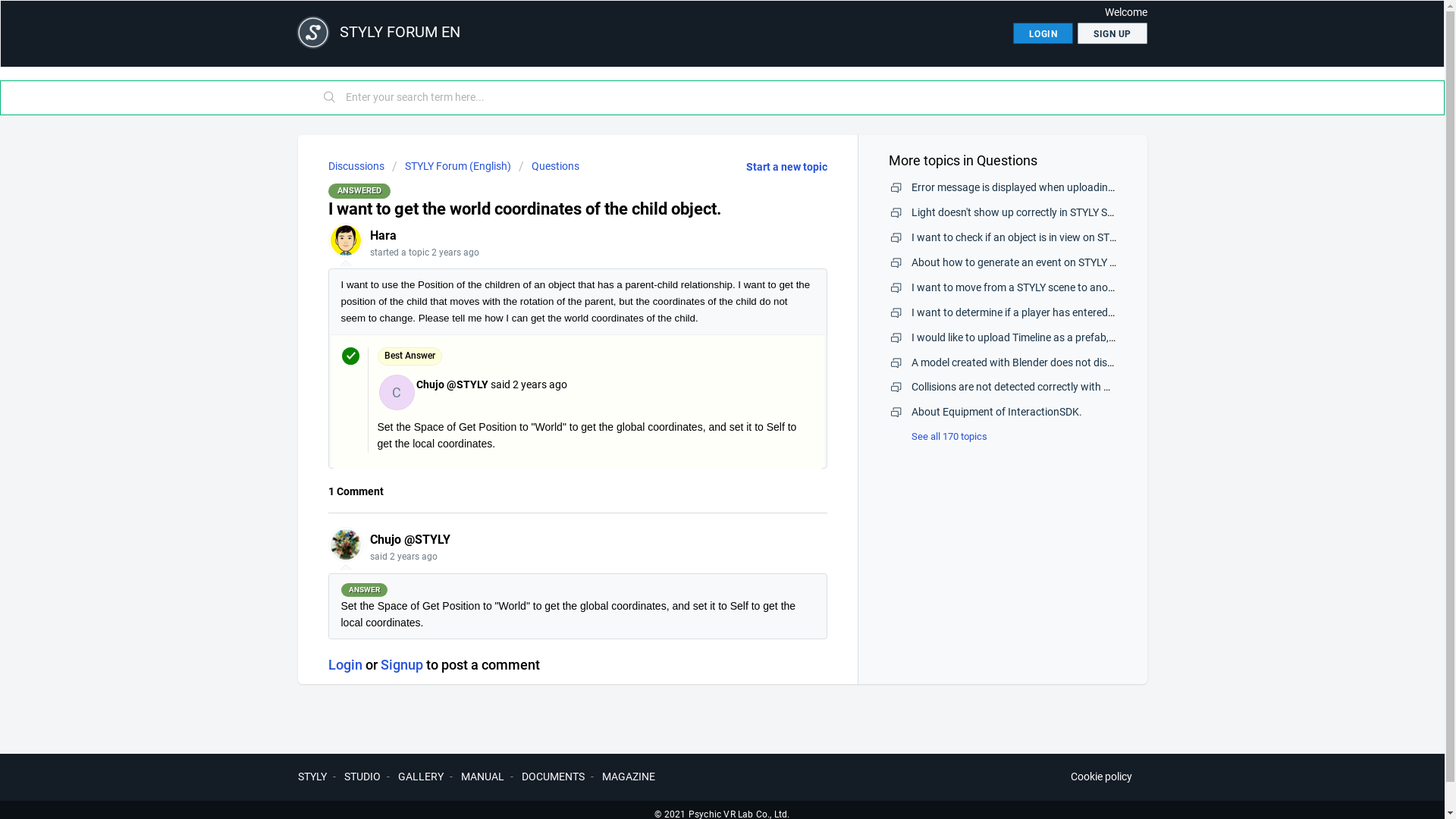 The width and height of the screenshot is (1456, 819). Describe the element at coordinates (786, 166) in the screenshot. I see `'Start a new topic'` at that location.